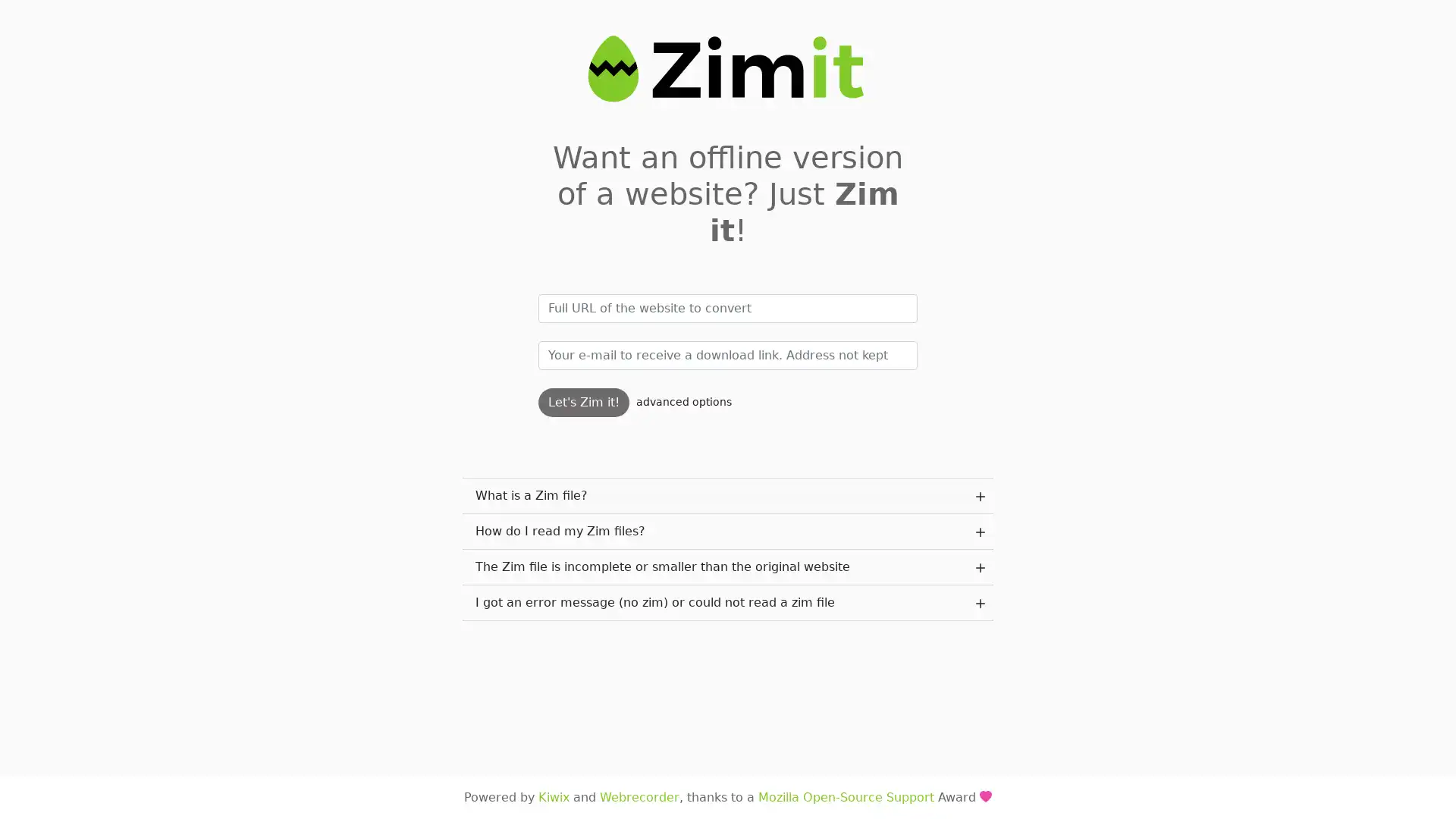  What do you see at coordinates (728, 601) in the screenshot?
I see `I got an error message (no zim) or could not read a zim file plus` at bounding box center [728, 601].